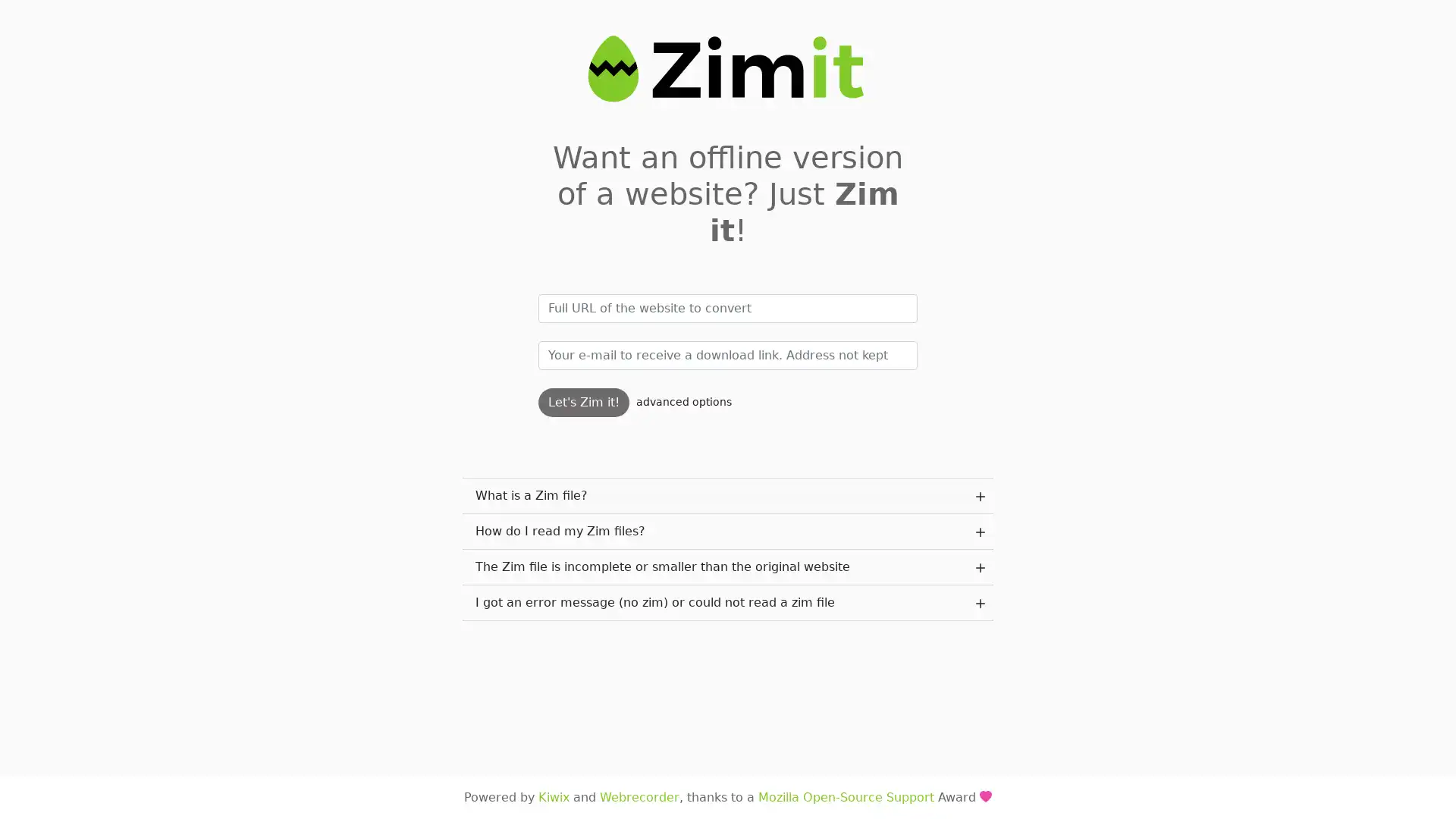  What do you see at coordinates (728, 601) in the screenshot?
I see `I got an error message (no zim) or could not read a zim file plus` at bounding box center [728, 601].